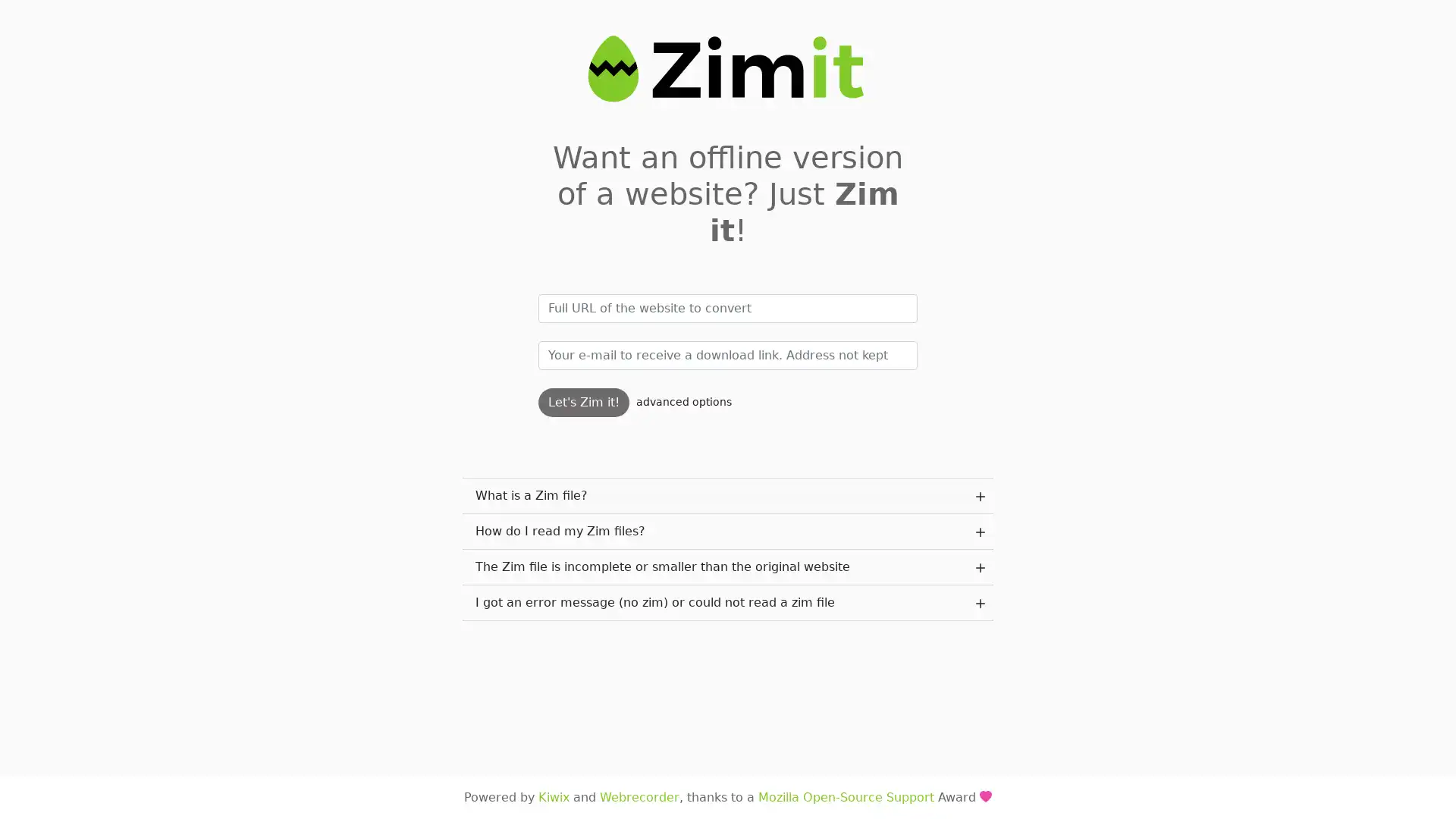  What do you see at coordinates (728, 601) in the screenshot?
I see `I got an error message (no zim) or could not read a zim file plus` at bounding box center [728, 601].